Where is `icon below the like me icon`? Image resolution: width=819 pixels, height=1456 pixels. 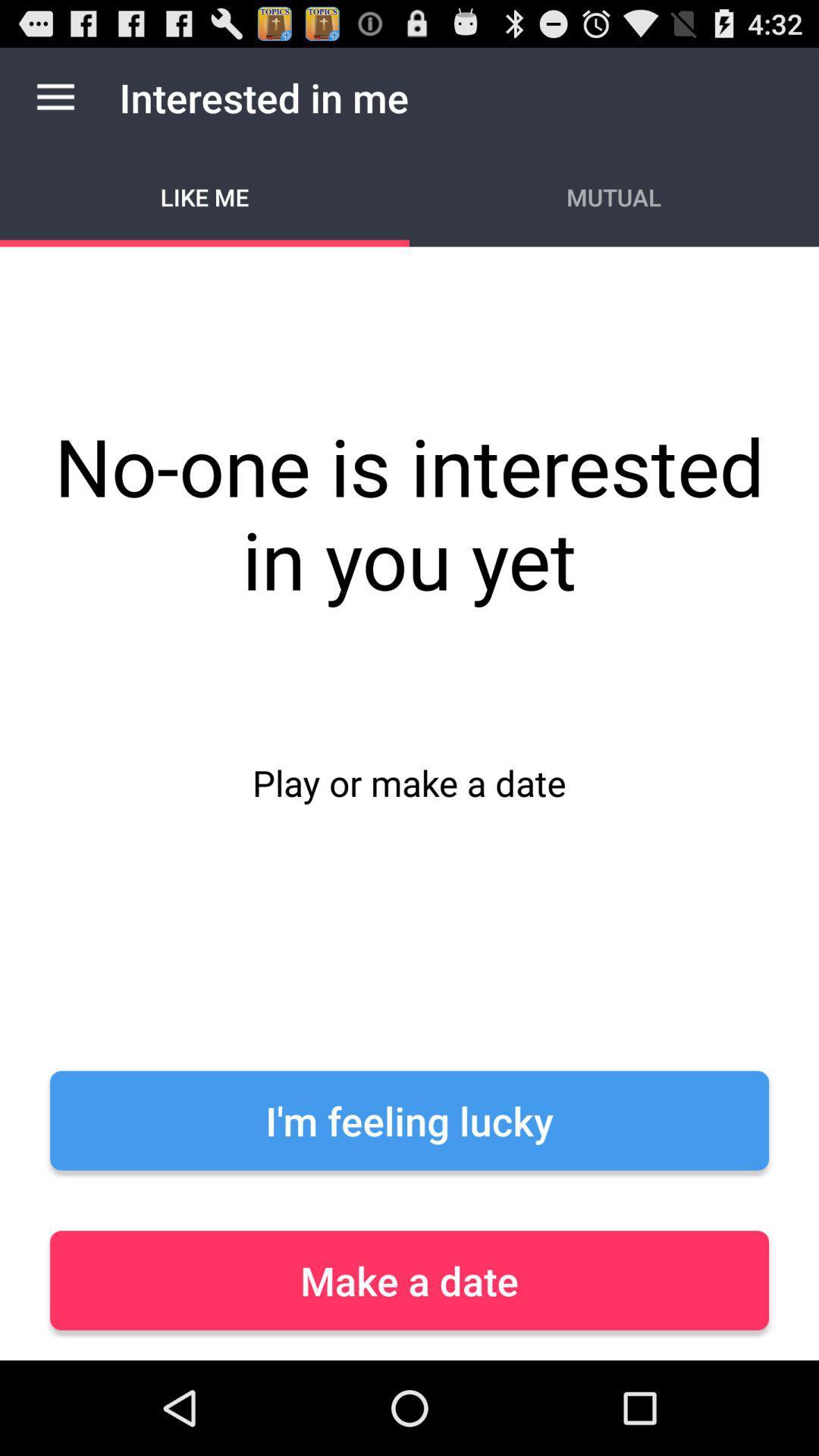
icon below the like me icon is located at coordinates (409, 802).